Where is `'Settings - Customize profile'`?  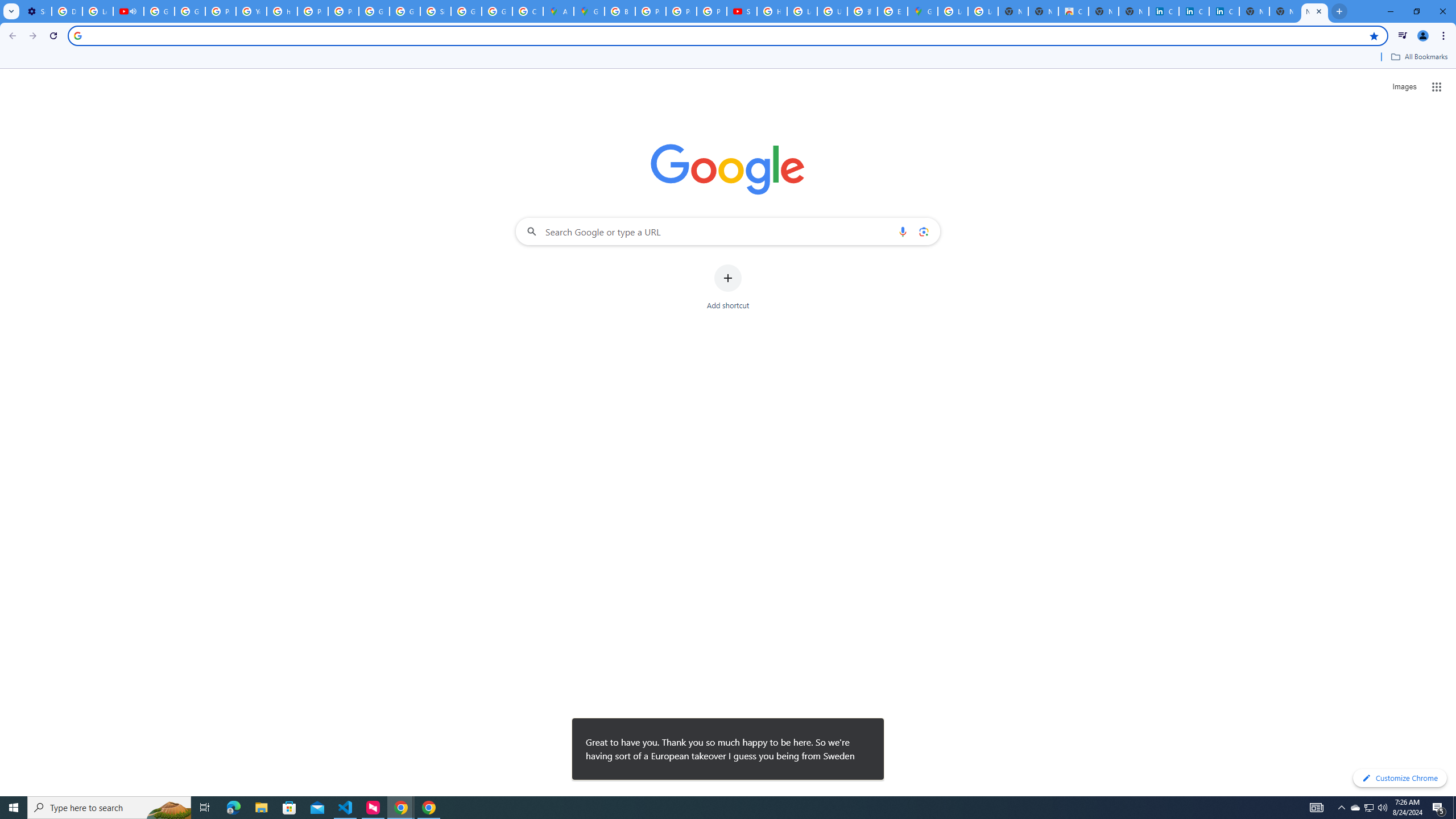 'Settings - Customize profile' is located at coordinates (36, 11).